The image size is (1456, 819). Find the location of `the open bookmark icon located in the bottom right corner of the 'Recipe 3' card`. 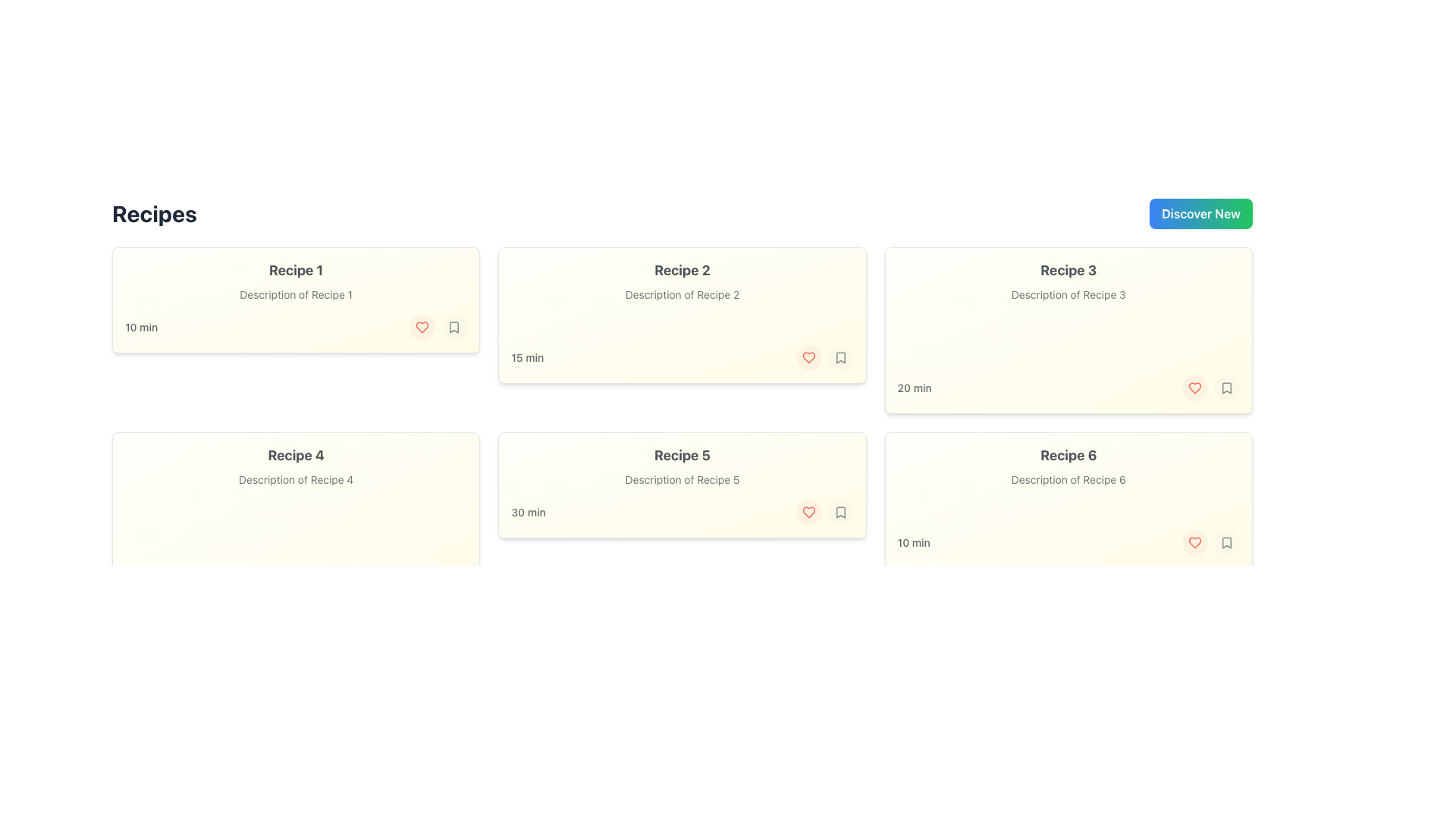

the open bookmark icon located in the bottom right corner of the 'Recipe 3' card is located at coordinates (1226, 388).